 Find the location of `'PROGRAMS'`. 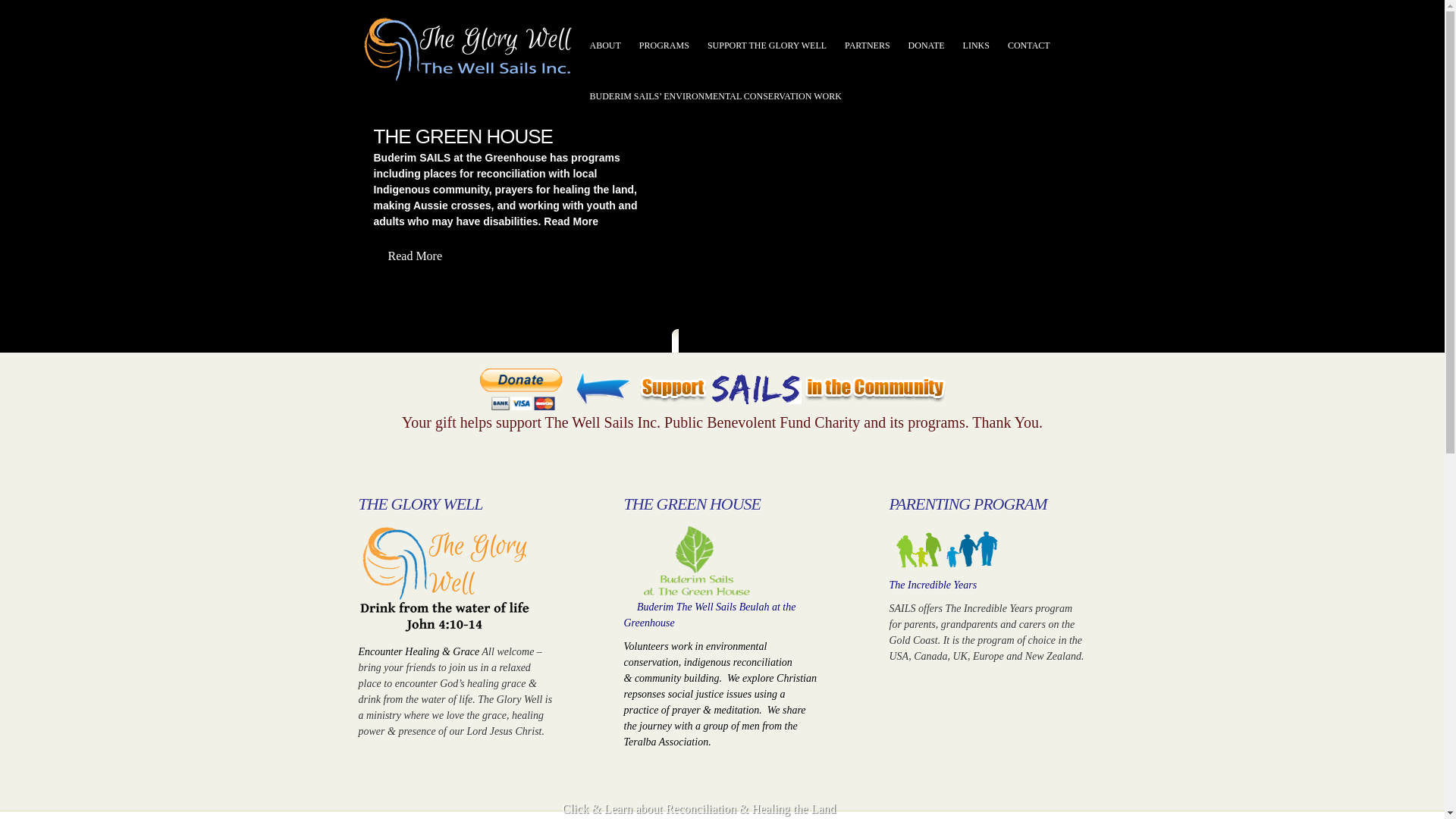

'PROGRAMS' is located at coordinates (664, 45).